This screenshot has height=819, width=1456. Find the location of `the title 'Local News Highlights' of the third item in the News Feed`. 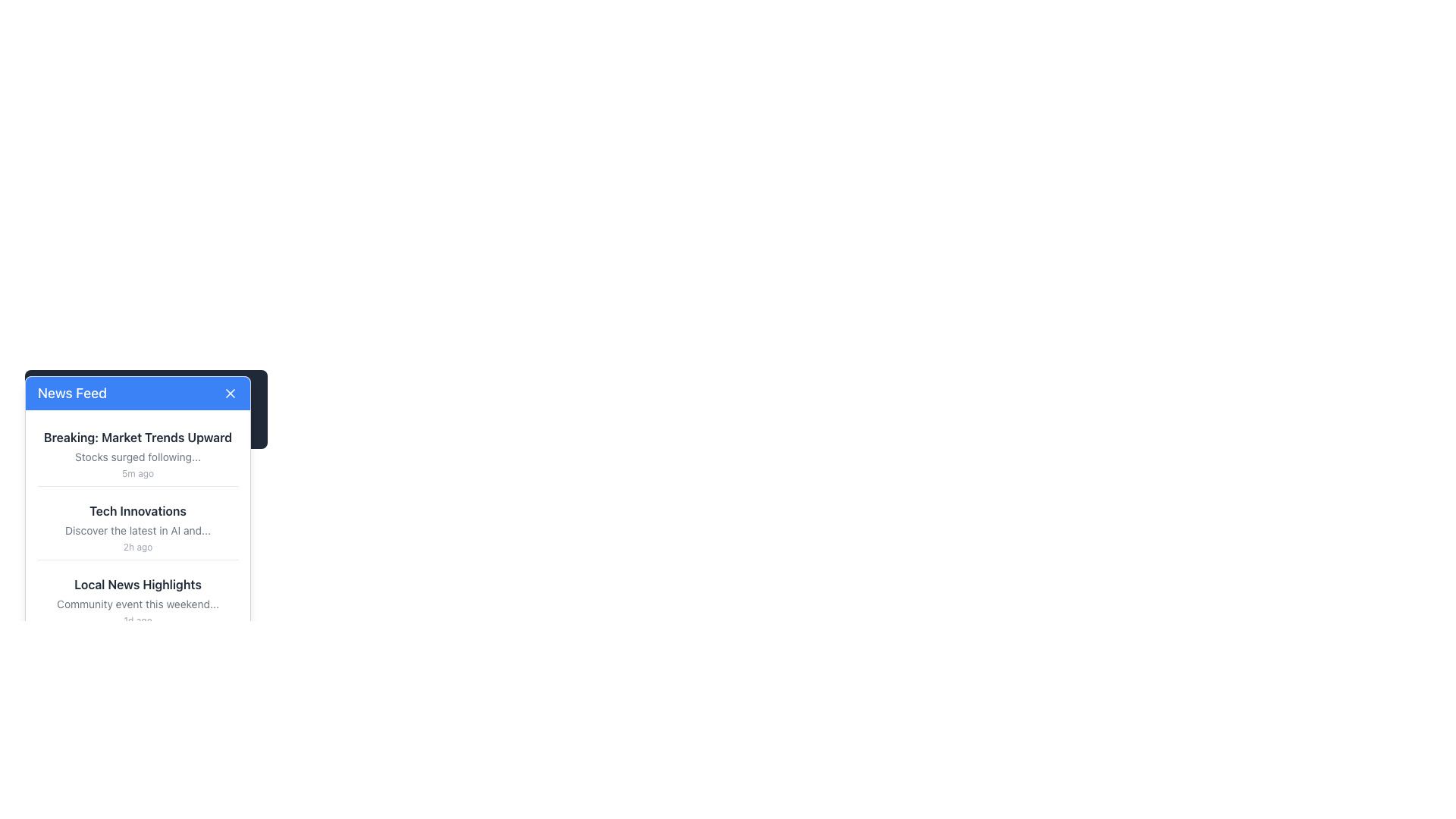

the title 'Local News Highlights' of the third item in the News Feed is located at coordinates (138, 601).